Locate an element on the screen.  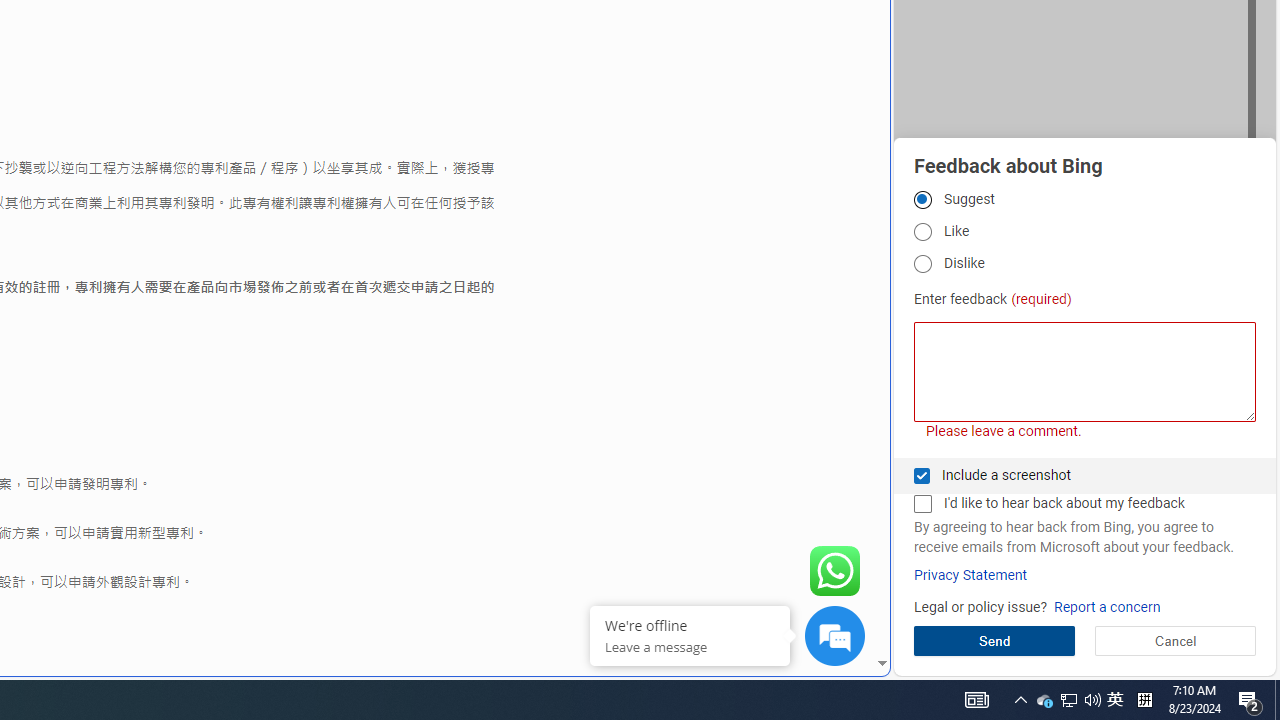
'Like' is located at coordinates (921, 231).